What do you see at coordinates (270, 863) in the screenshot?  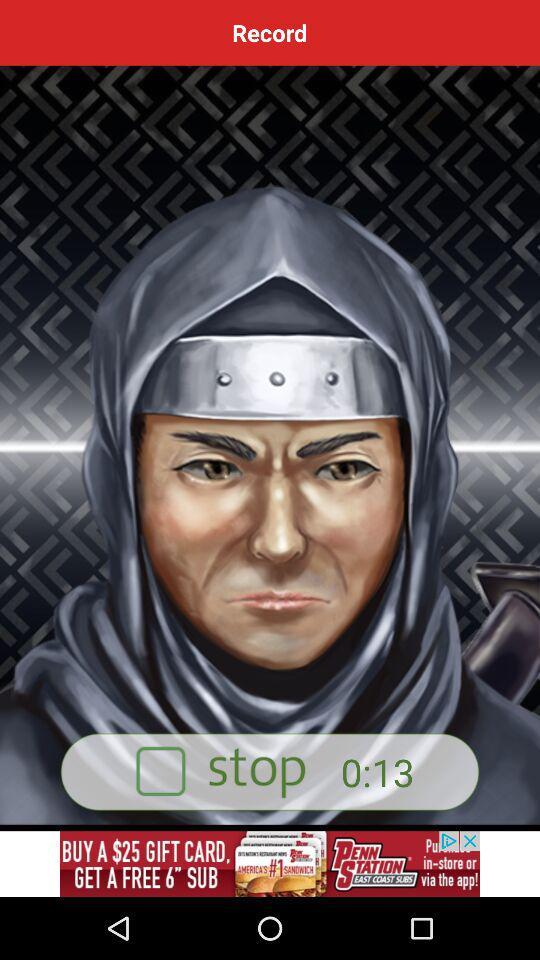 I see `open advertisement` at bounding box center [270, 863].